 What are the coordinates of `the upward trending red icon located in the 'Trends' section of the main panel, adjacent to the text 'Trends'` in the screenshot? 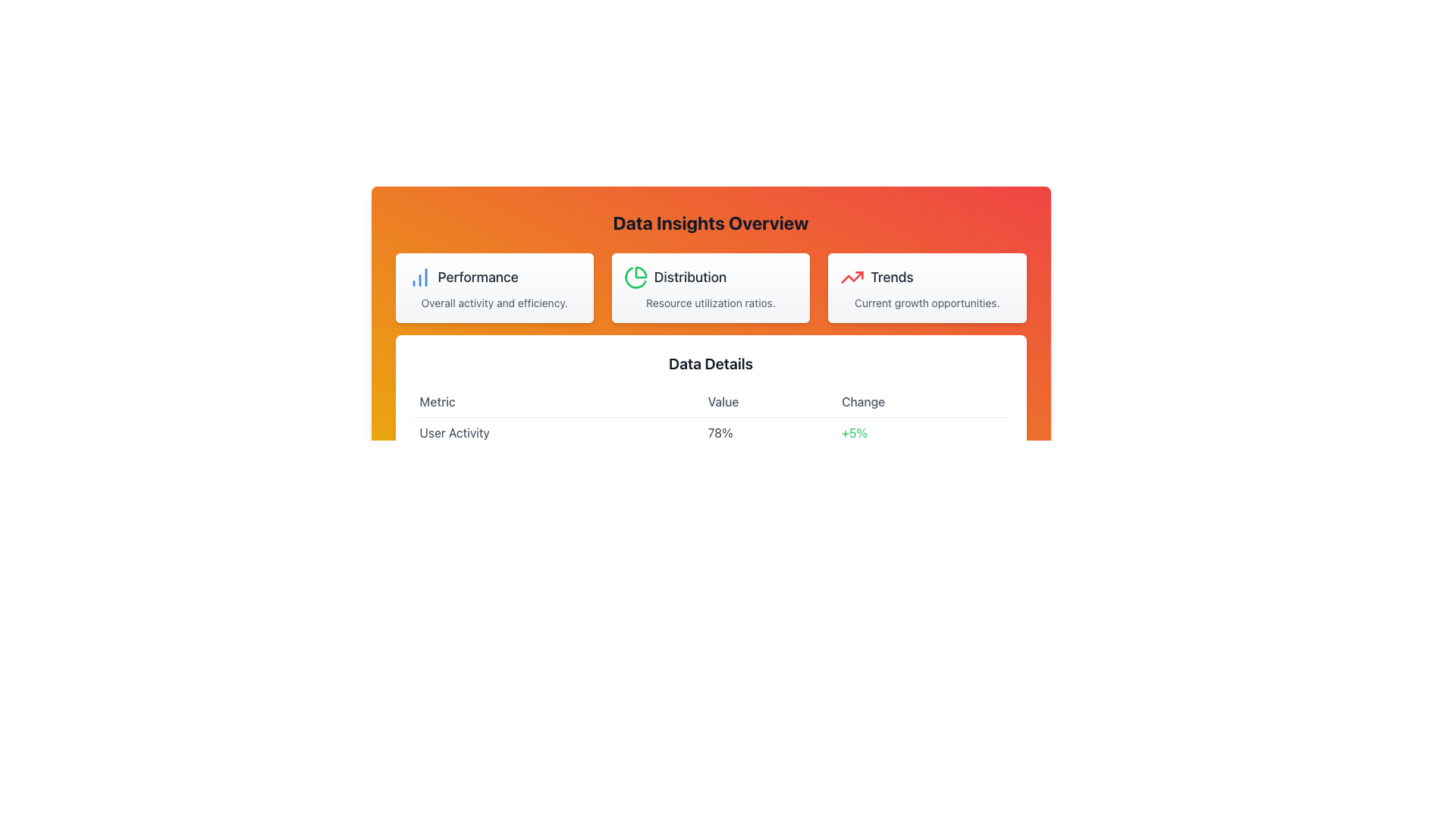 It's located at (852, 278).